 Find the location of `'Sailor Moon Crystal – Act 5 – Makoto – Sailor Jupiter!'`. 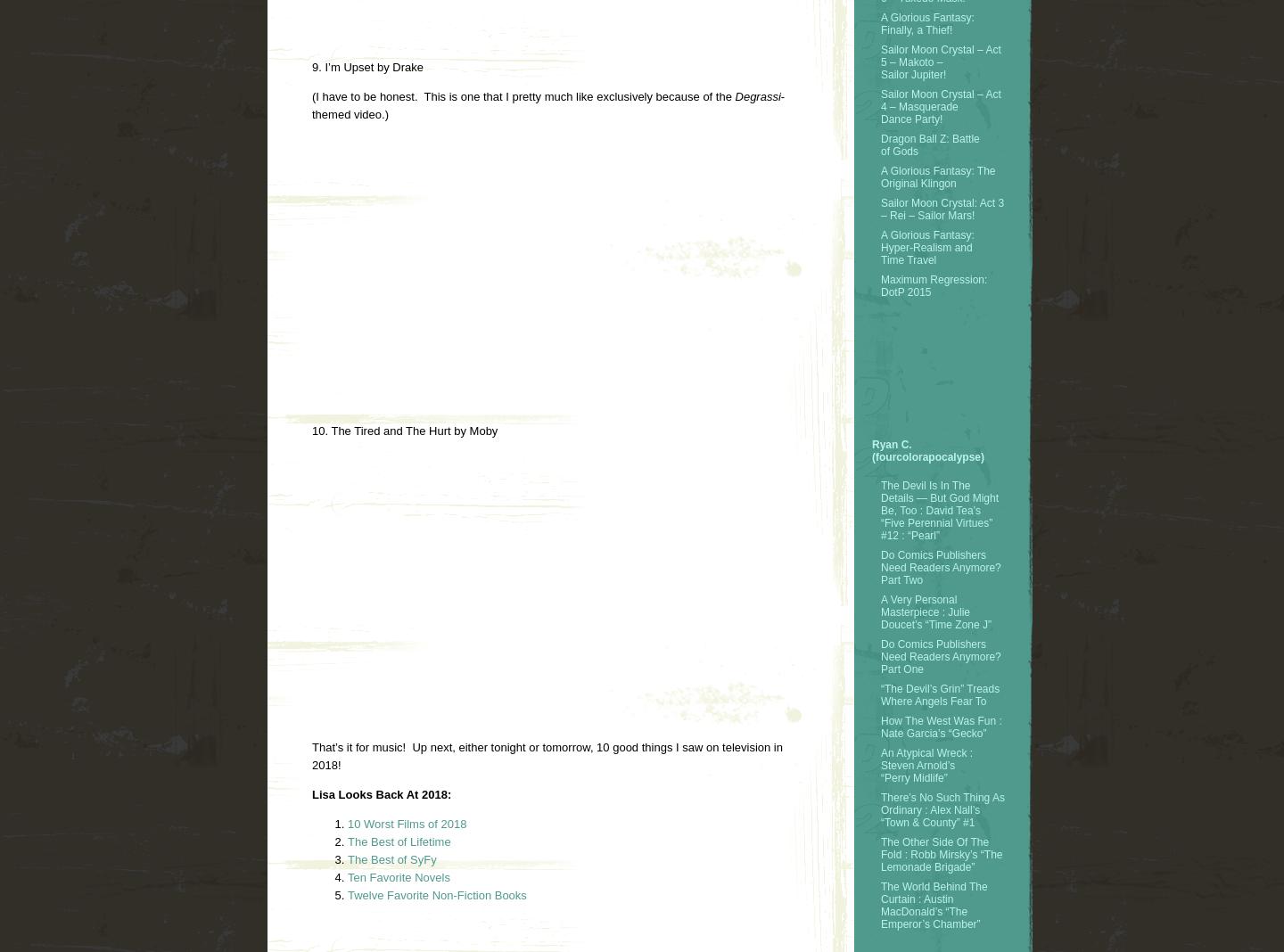

'Sailor Moon Crystal – Act 5 – Makoto – Sailor Jupiter!' is located at coordinates (940, 60).